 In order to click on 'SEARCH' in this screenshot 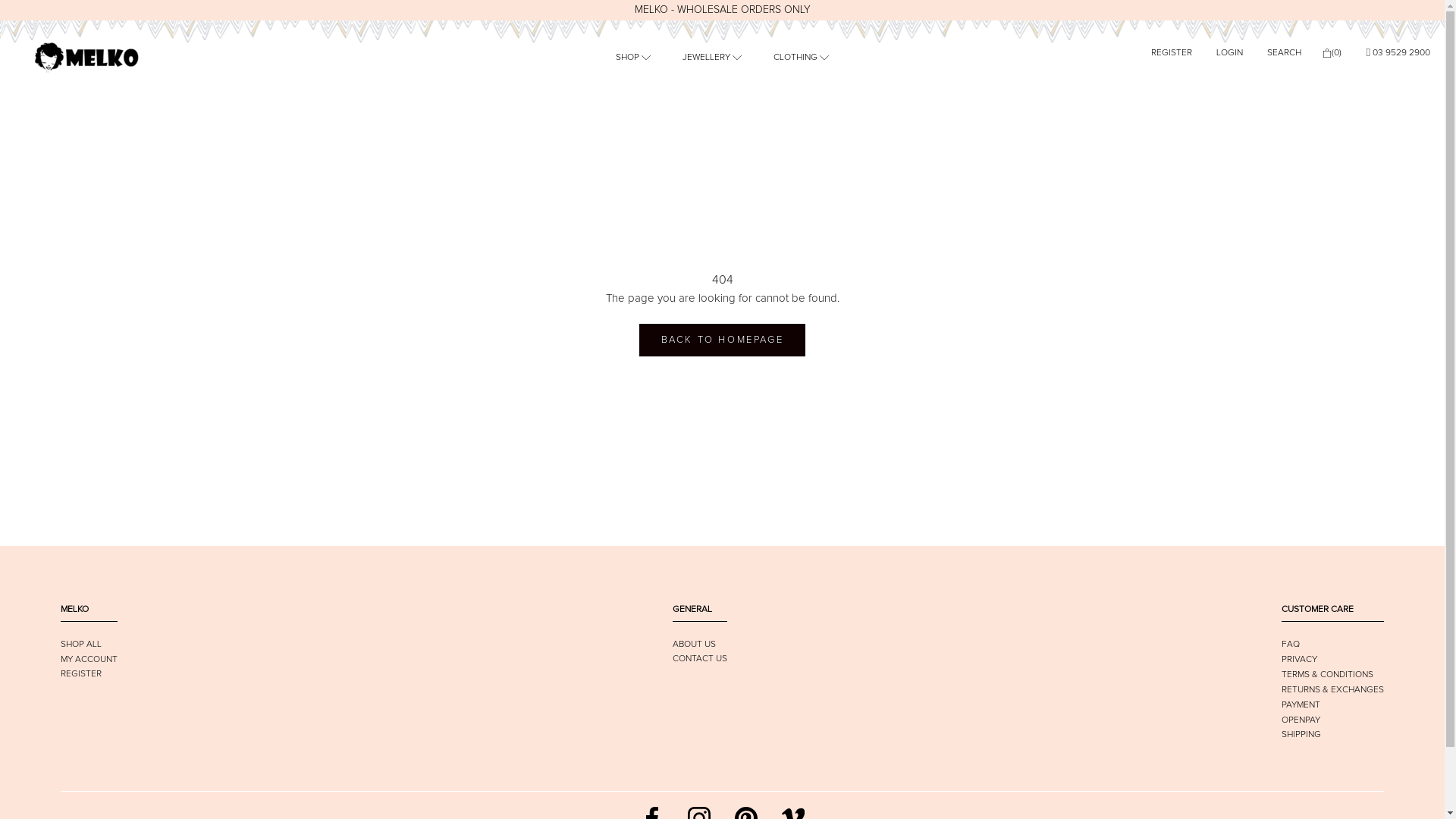, I will do `click(1283, 52)`.